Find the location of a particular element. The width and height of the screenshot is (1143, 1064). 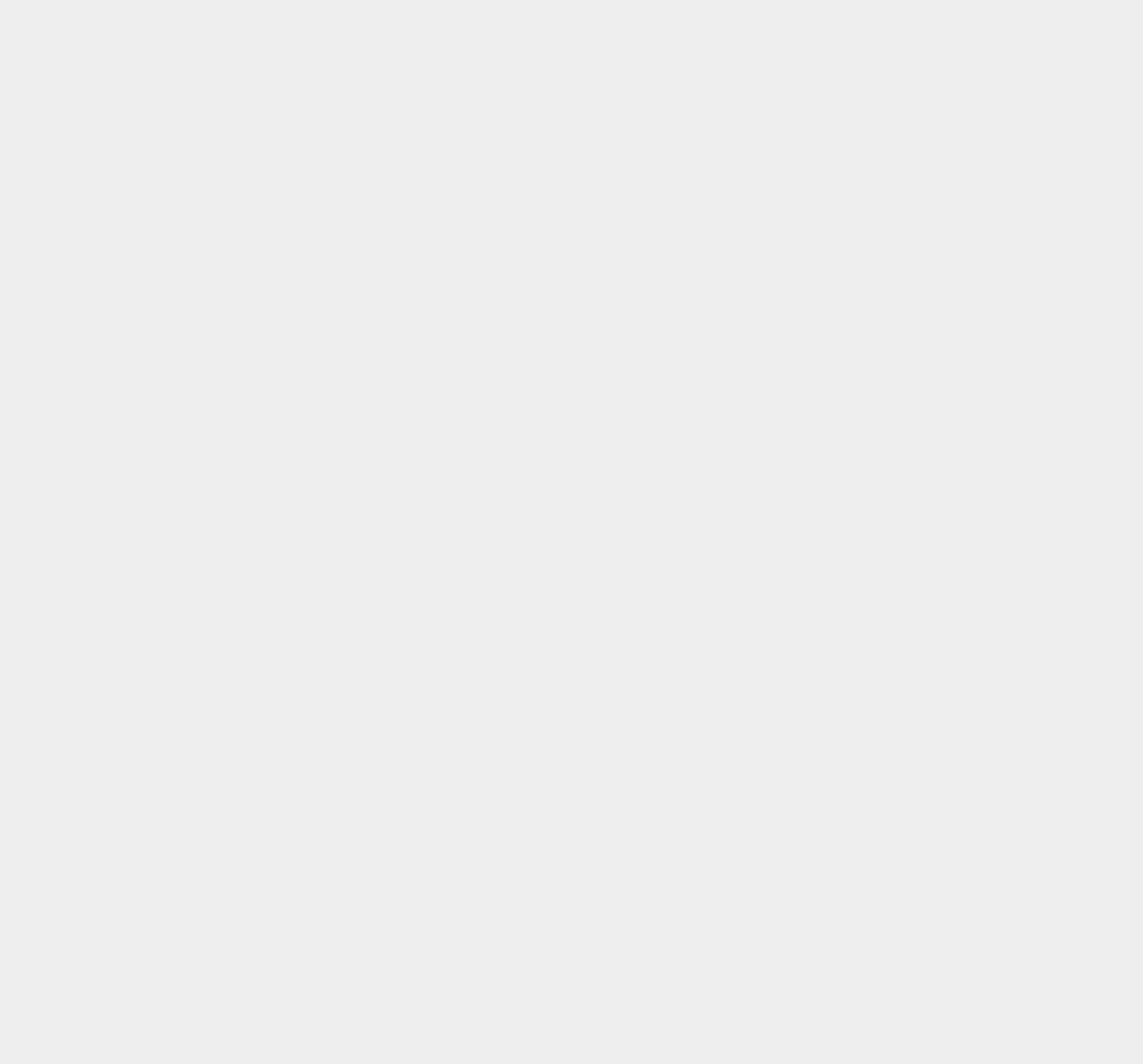

'Amazon Phone' is located at coordinates (854, 968).